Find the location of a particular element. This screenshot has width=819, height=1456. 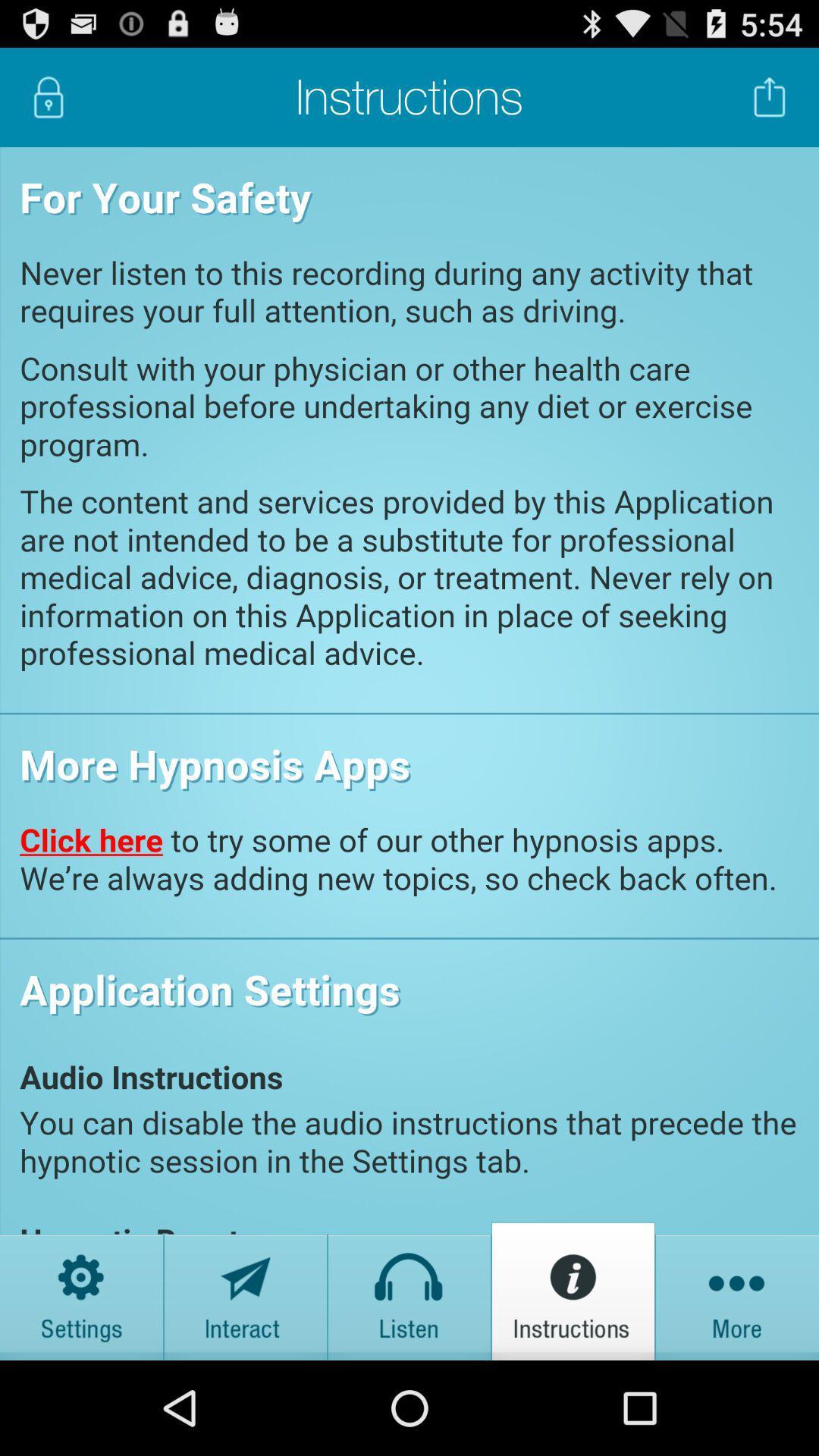

the launch icon is located at coordinates (770, 103).